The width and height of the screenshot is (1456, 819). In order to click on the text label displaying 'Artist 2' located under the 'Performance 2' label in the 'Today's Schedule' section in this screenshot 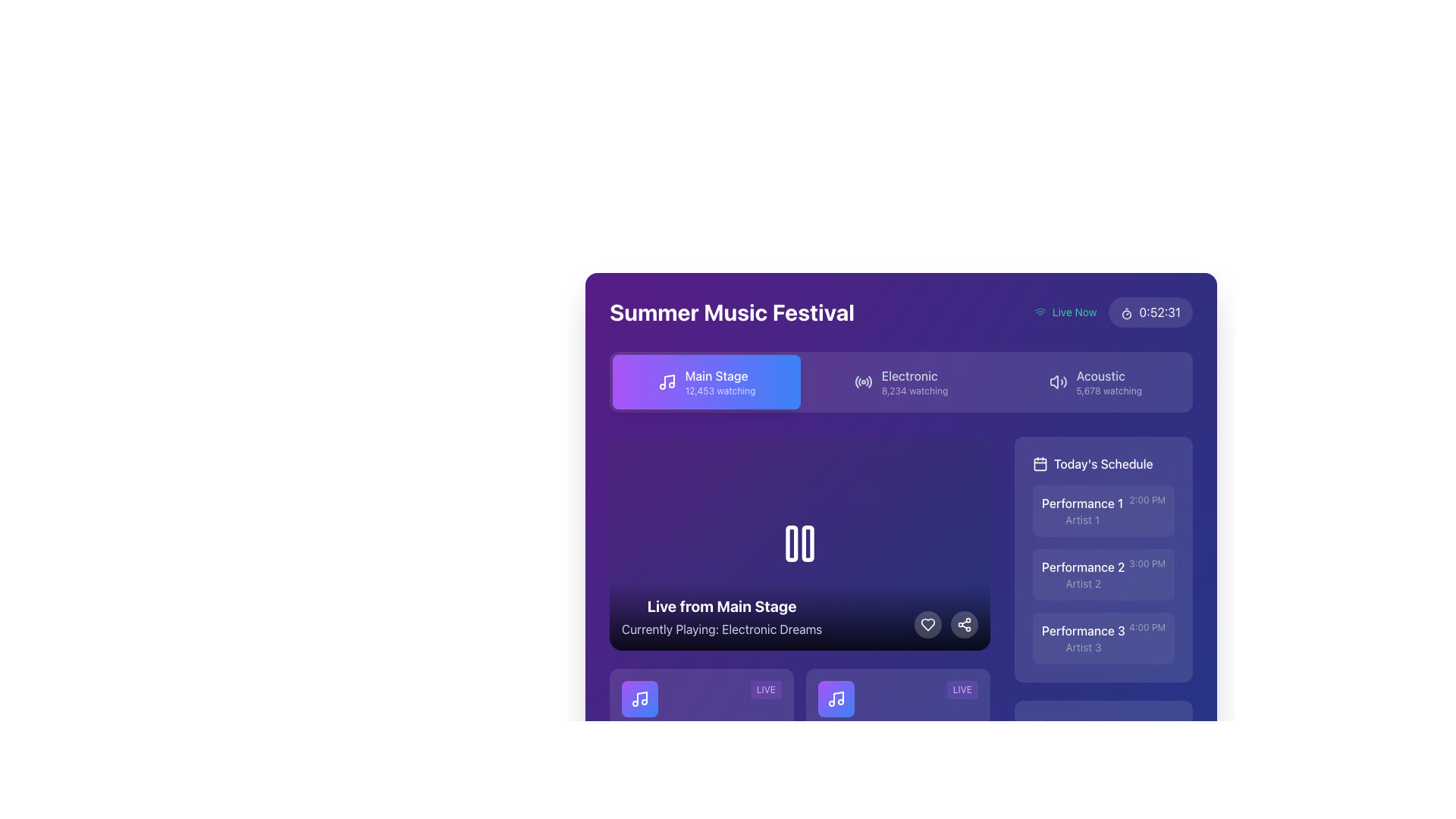, I will do `click(1082, 583)`.